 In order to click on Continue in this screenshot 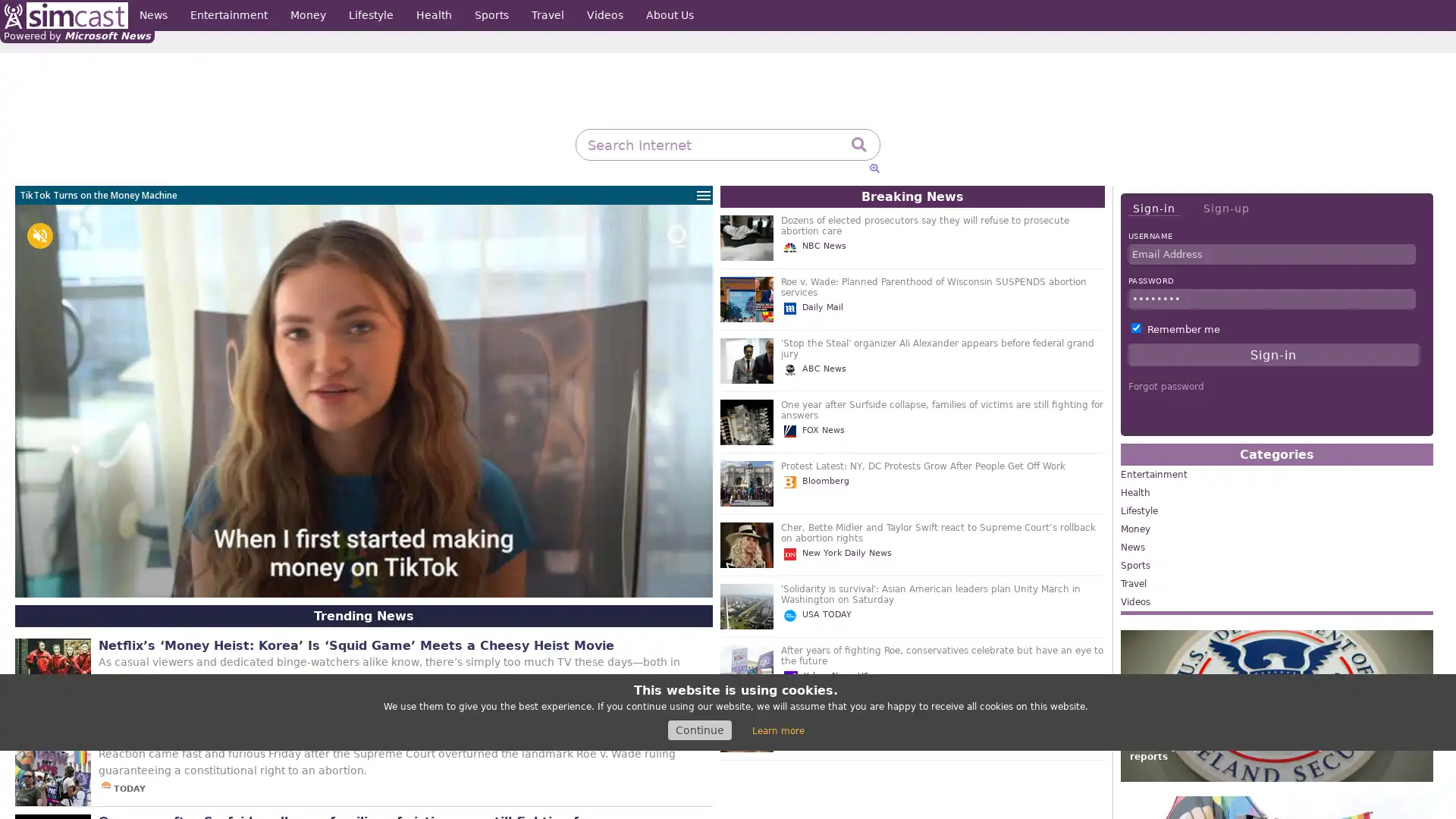, I will do `click(698, 730)`.